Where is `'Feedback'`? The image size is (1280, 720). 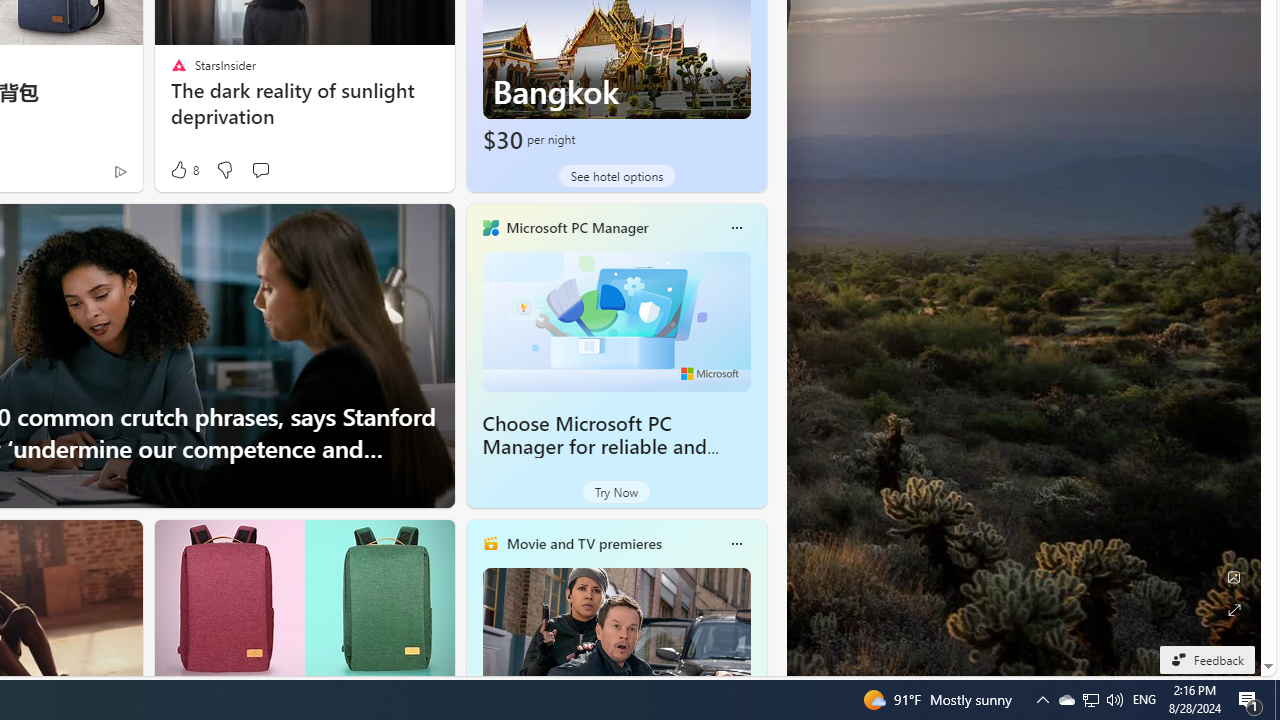
'Feedback' is located at coordinates (1205, 659).